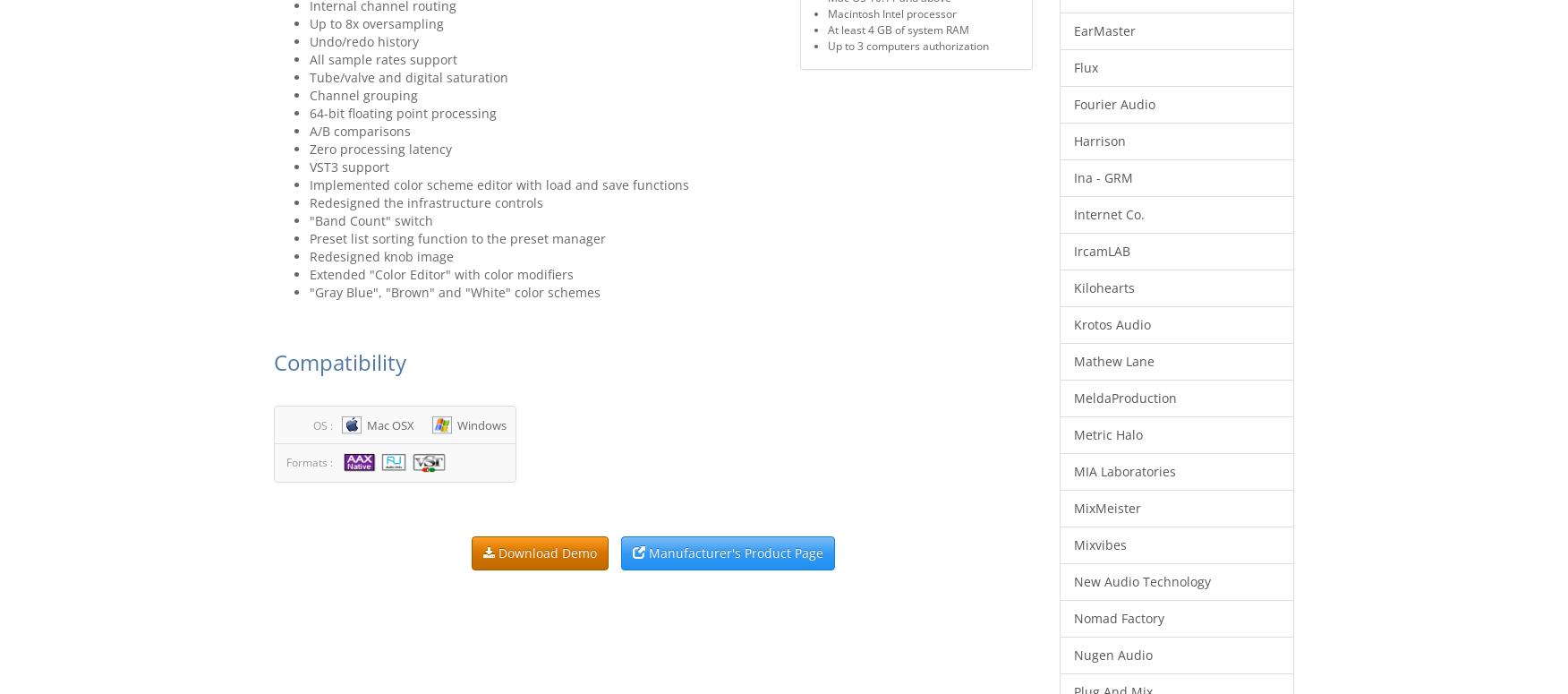 This screenshot has width=1568, height=694. Describe the element at coordinates (1123, 398) in the screenshot. I see `'MeldaProduction'` at that location.